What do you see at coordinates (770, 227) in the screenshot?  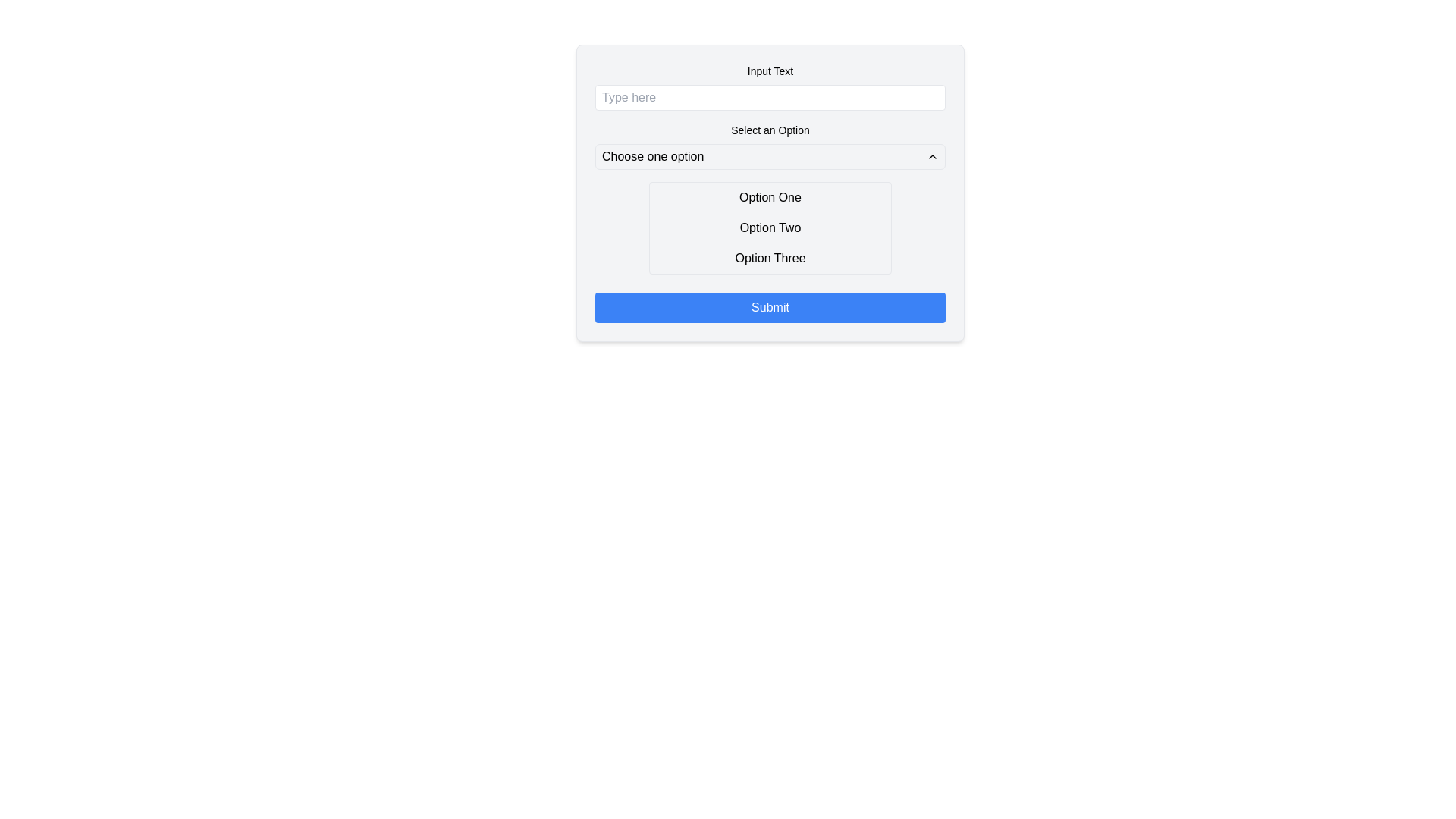 I see `the Options list located below the 'Choose one option' selector` at bounding box center [770, 227].